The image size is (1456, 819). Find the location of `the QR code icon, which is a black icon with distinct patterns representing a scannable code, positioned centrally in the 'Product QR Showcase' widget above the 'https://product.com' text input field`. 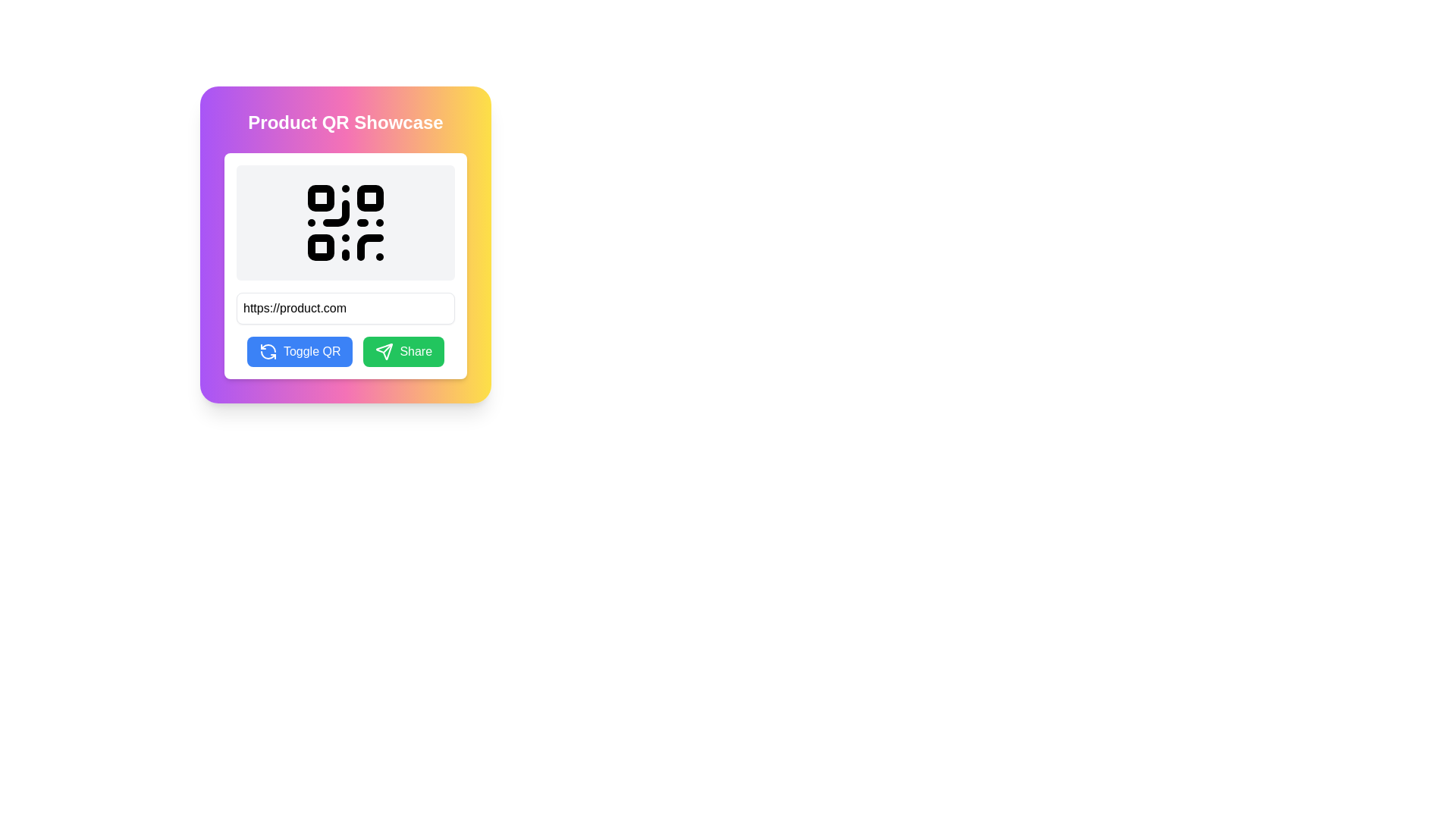

the QR code icon, which is a black icon with distinct patterns representing a scannable code, positioned centrally in the 'Product QR Showcase' widget above the 'https://product.com' text input field is located at coordinates (345, 222).